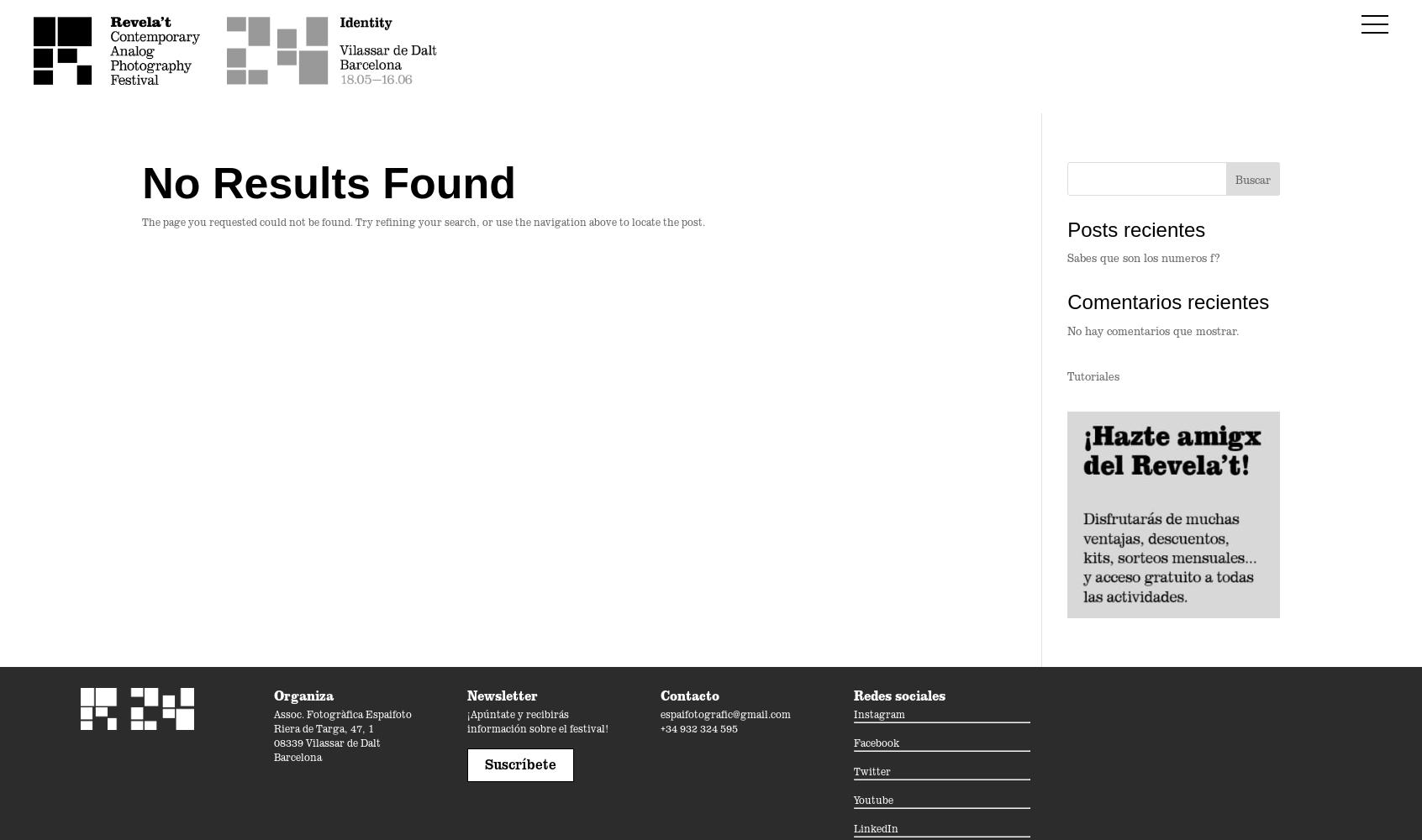 This screenshot has height=840, width=1422. Describe the element at coordinates (342, 712) in the screenshot. I see `'Assoc. Fotogràfica Espaifoto'` at that location.